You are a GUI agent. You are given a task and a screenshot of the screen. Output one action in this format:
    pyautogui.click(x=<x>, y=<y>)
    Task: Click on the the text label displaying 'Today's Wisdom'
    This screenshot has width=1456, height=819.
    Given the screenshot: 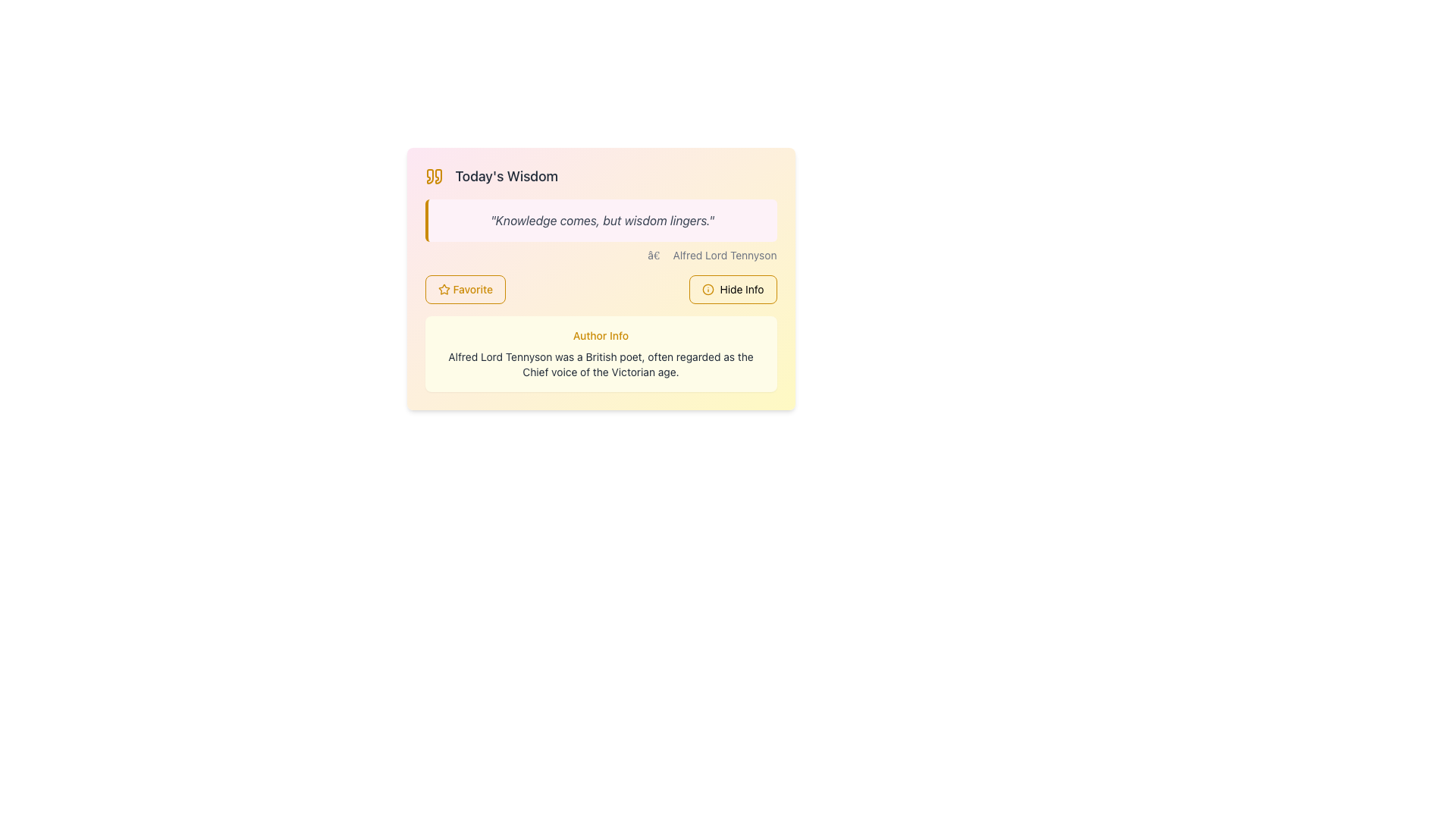 What is the action you would take?
    pyautogui.click(x=507, y=175)
    